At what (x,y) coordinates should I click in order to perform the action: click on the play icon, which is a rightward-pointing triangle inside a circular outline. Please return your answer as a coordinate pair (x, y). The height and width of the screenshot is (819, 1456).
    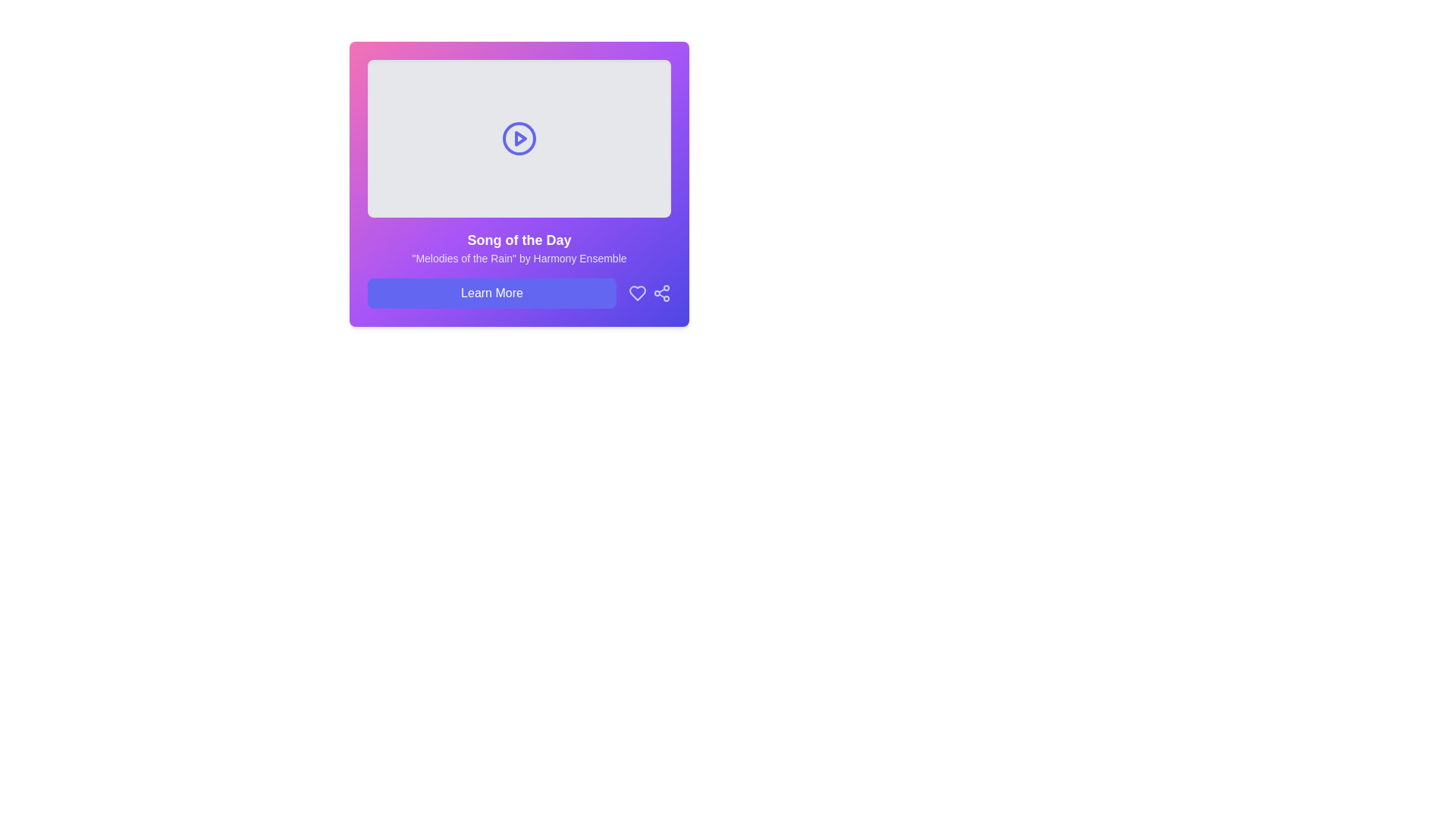
    Looking at the image, I should click on (520, 138).